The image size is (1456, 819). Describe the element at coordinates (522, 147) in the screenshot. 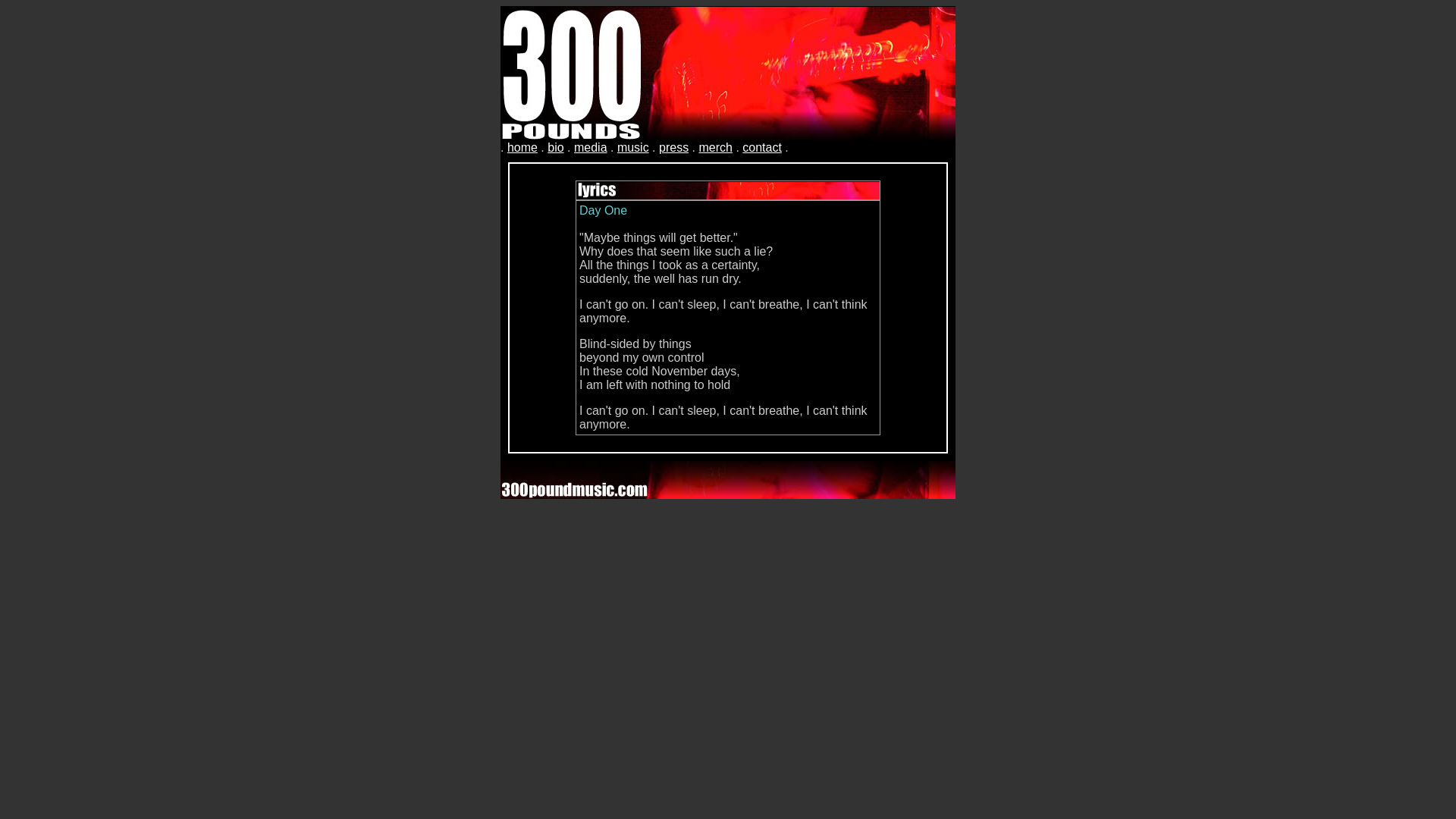

I see `'home'` at that location.